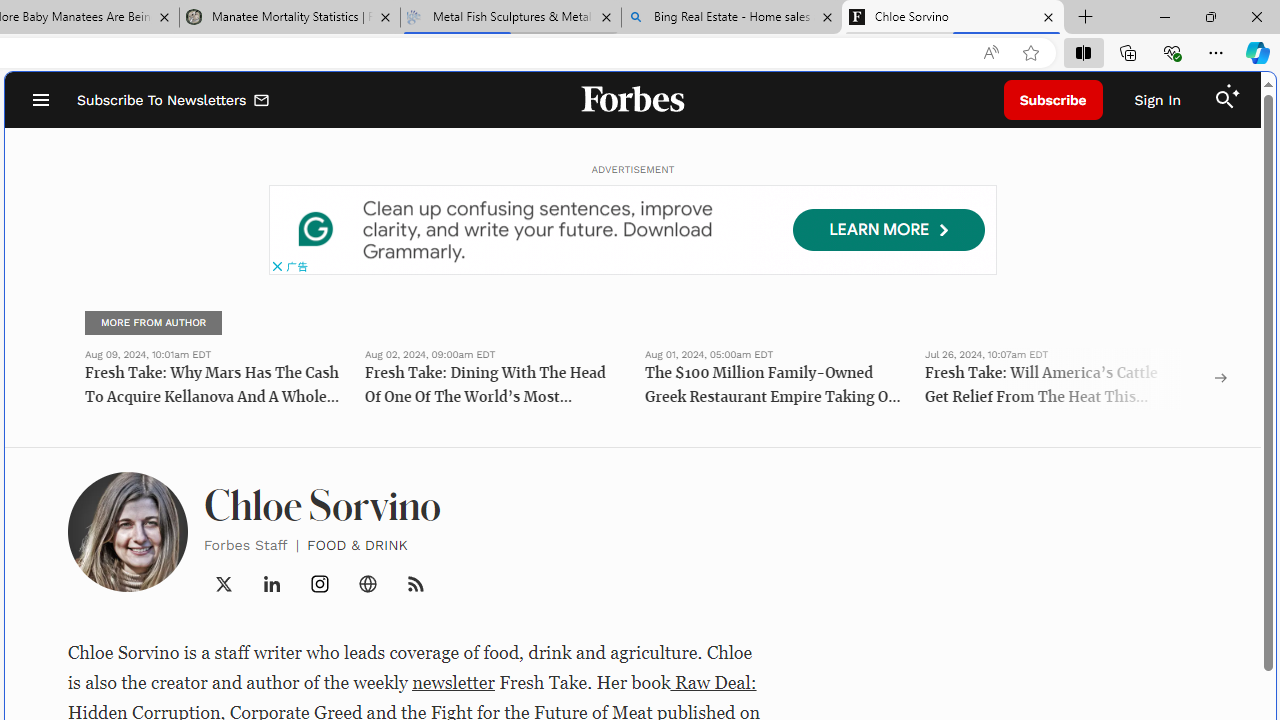 This screenshot has height=720, width=1280. What do you see at coordinates (1157, 100) in the screenshot?
I see `'Sign In'` at bounding box center [1157, 100].